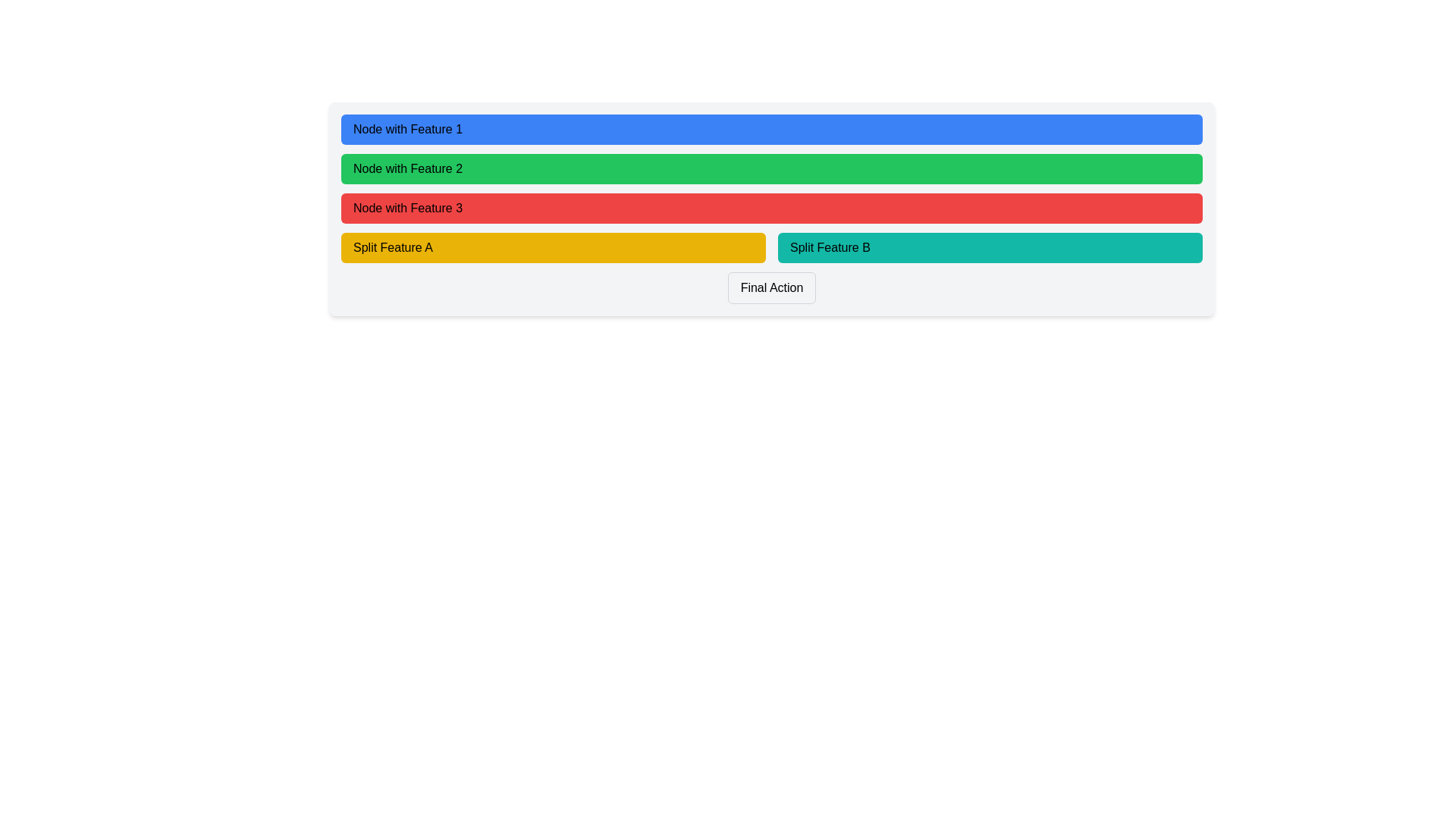  What do you see at coordinates (771, 288) in the screenshot?
I see `the 'Final Action' button, which is a rectangular button with a light gray border and rounded corners, located at the bottom center of the interface` at bounding box center [771, 288].